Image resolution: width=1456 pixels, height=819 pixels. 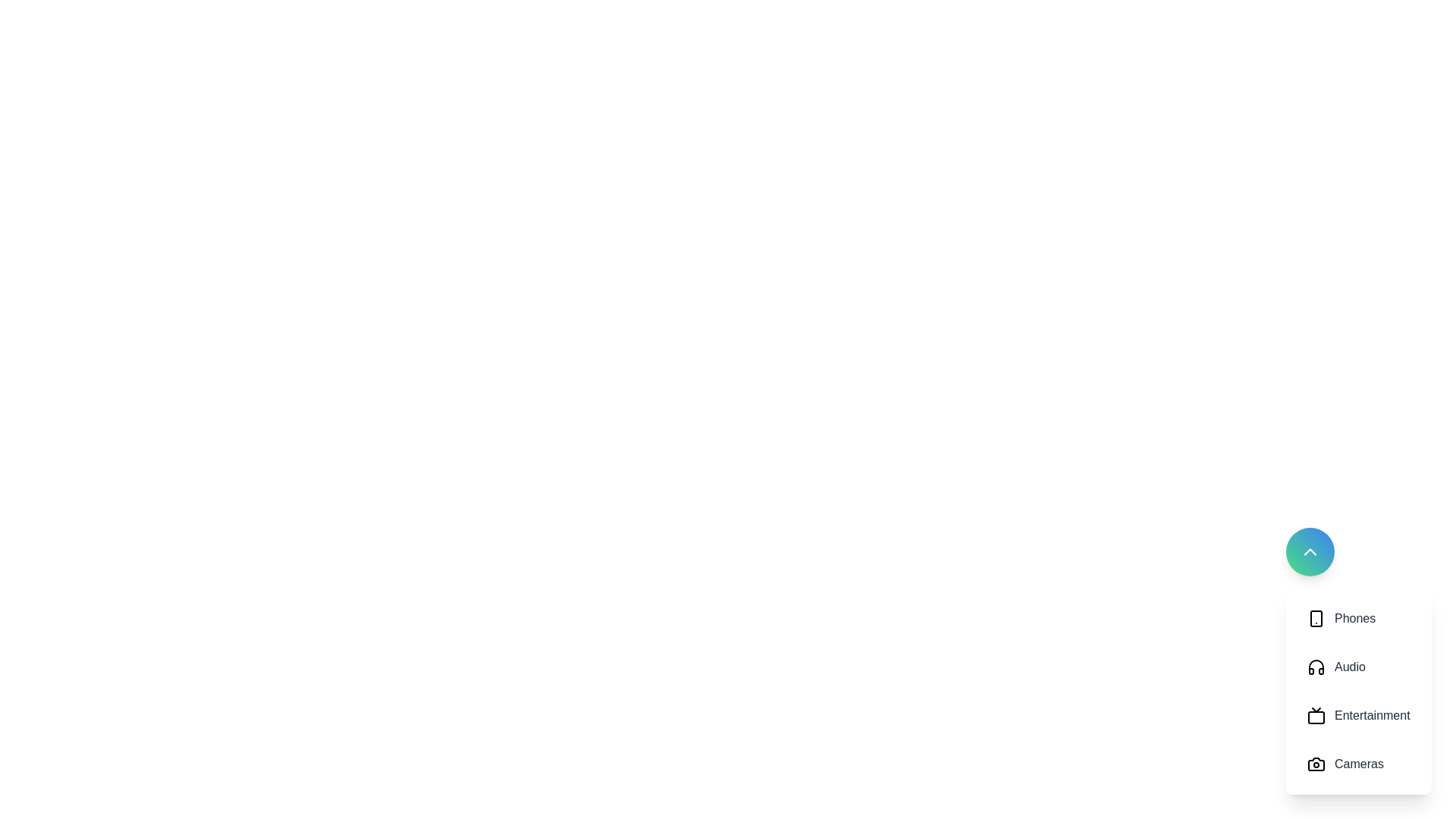 I want to click on the button corresponding to the category Cameras, so click(x=1358, y=764).